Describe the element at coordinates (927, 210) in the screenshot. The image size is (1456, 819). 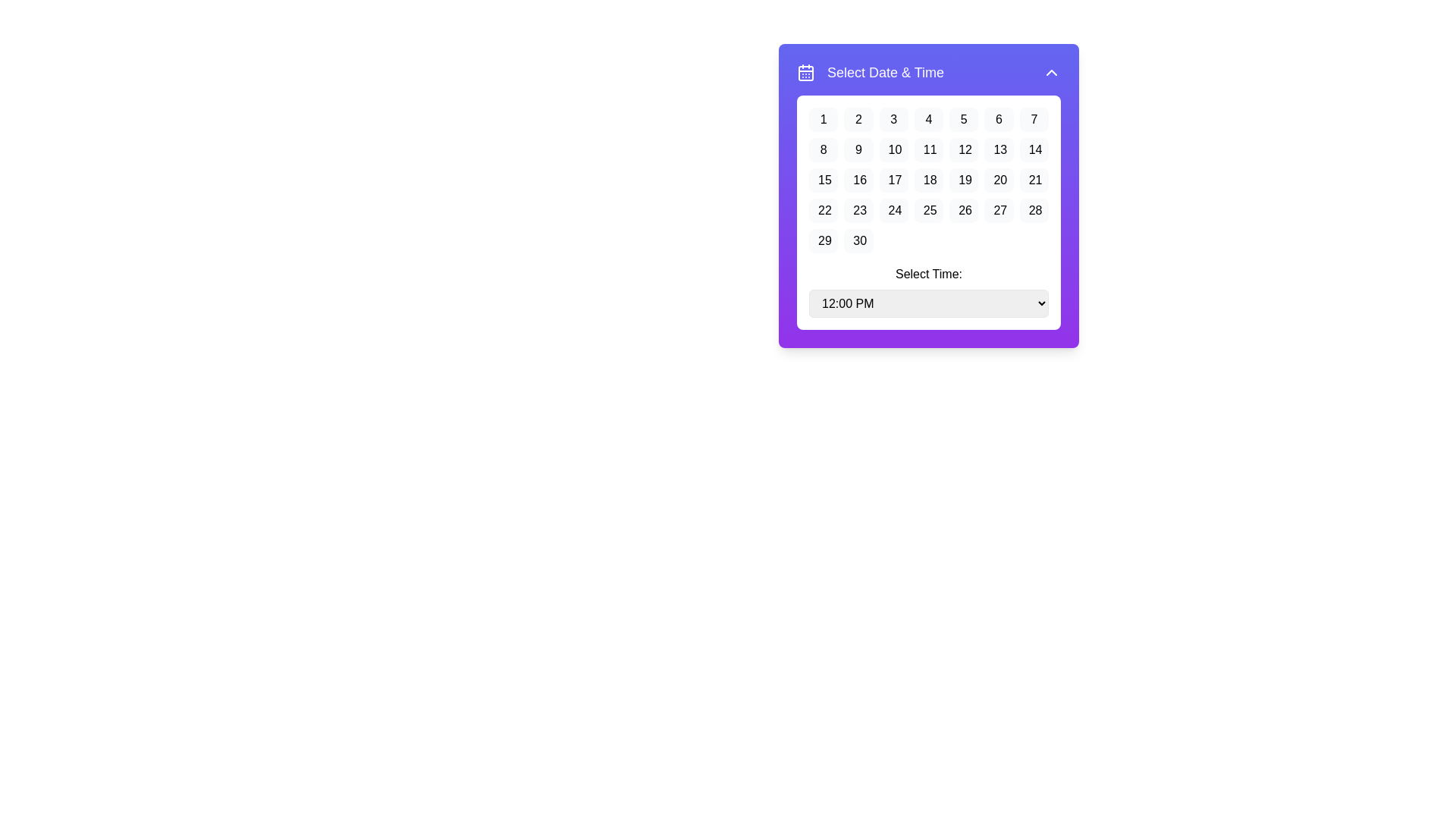
I see `the square button displaying '25' with rounded edges` at that location.